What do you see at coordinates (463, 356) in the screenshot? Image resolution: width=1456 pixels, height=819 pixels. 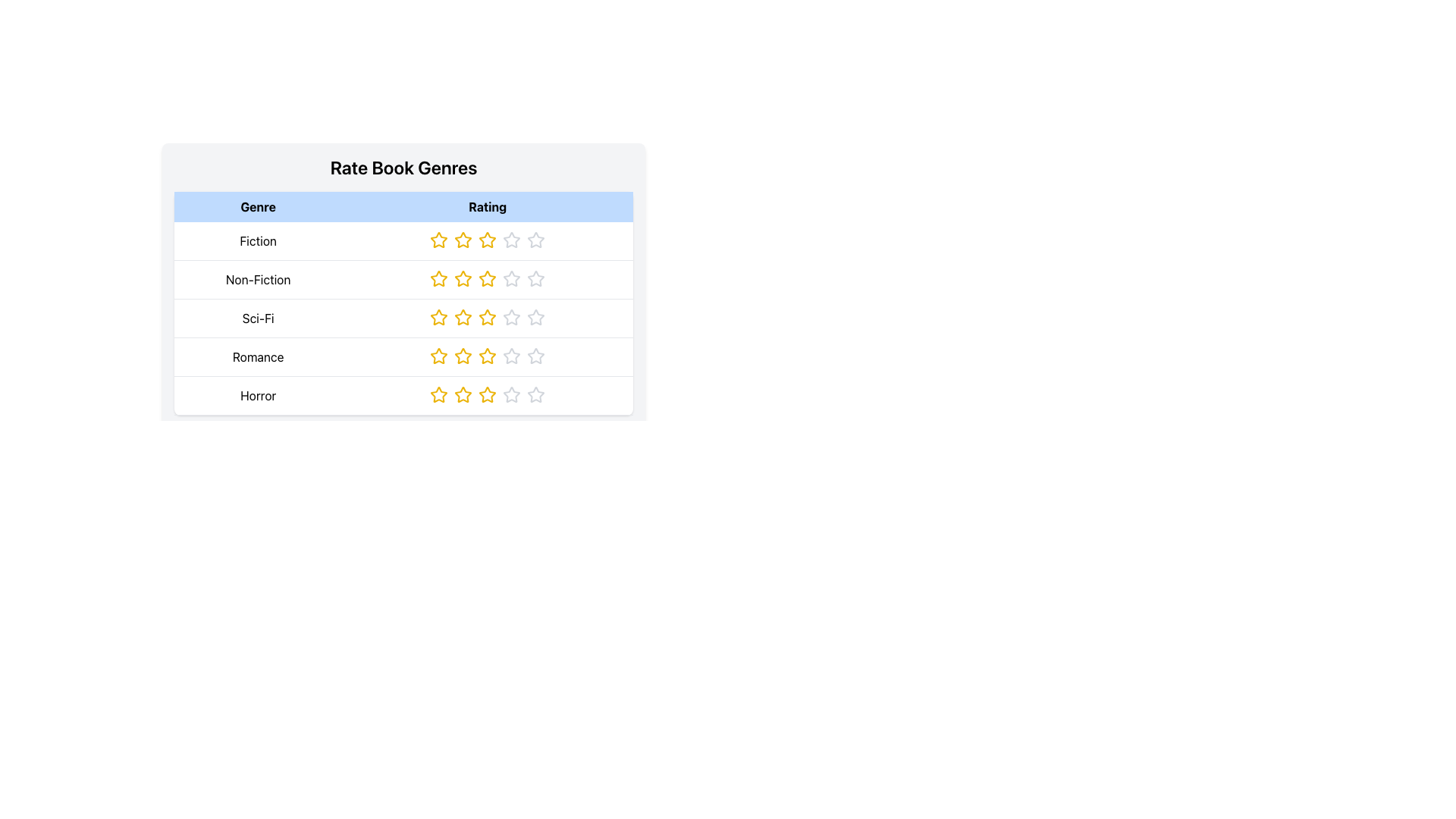 I see `the second star icon in the Romance genre rating column` at bounding box center [463, 356].